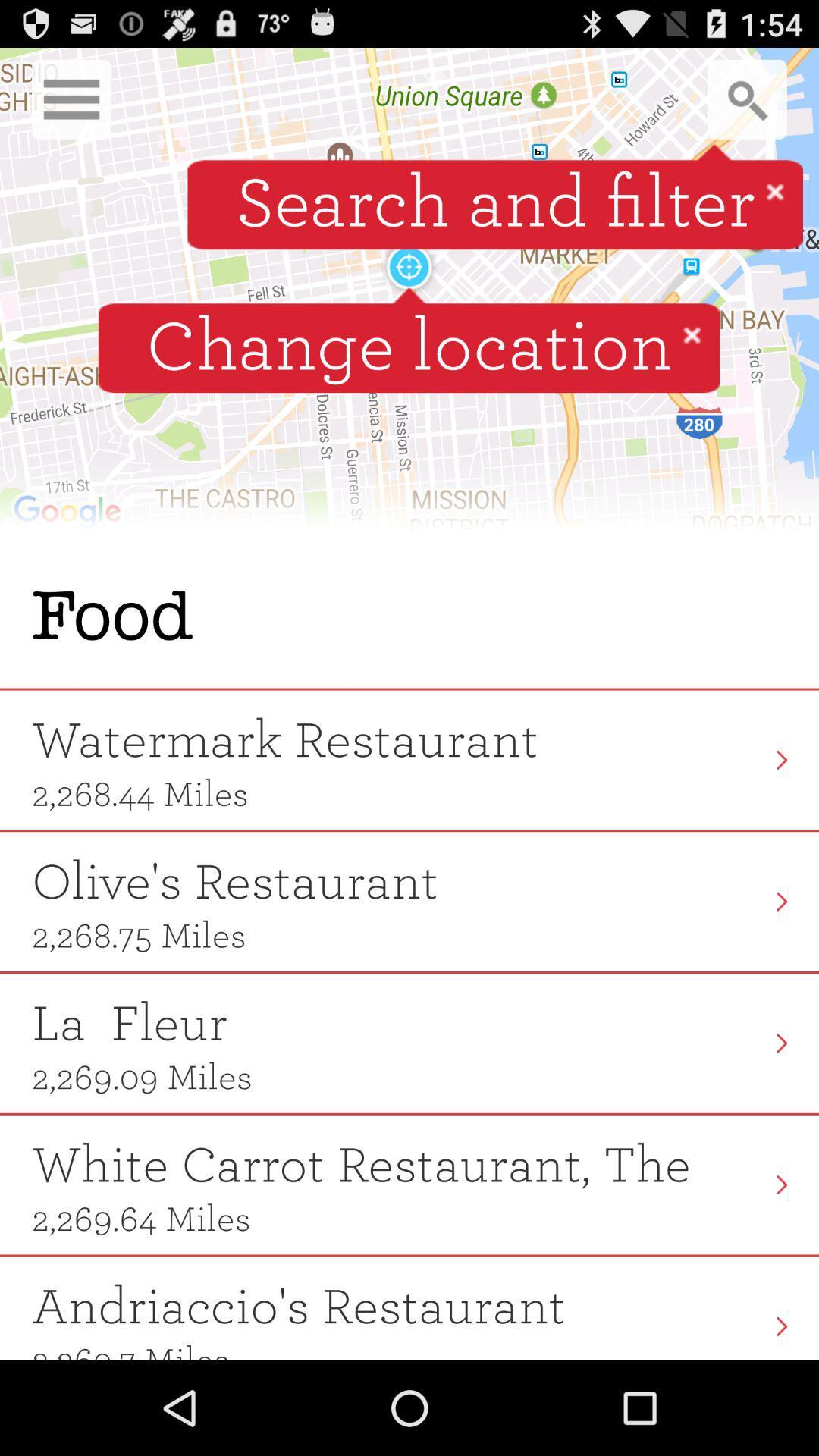 This screenshot has width=819, height=1456. I want to click on location, so click(692, 334).